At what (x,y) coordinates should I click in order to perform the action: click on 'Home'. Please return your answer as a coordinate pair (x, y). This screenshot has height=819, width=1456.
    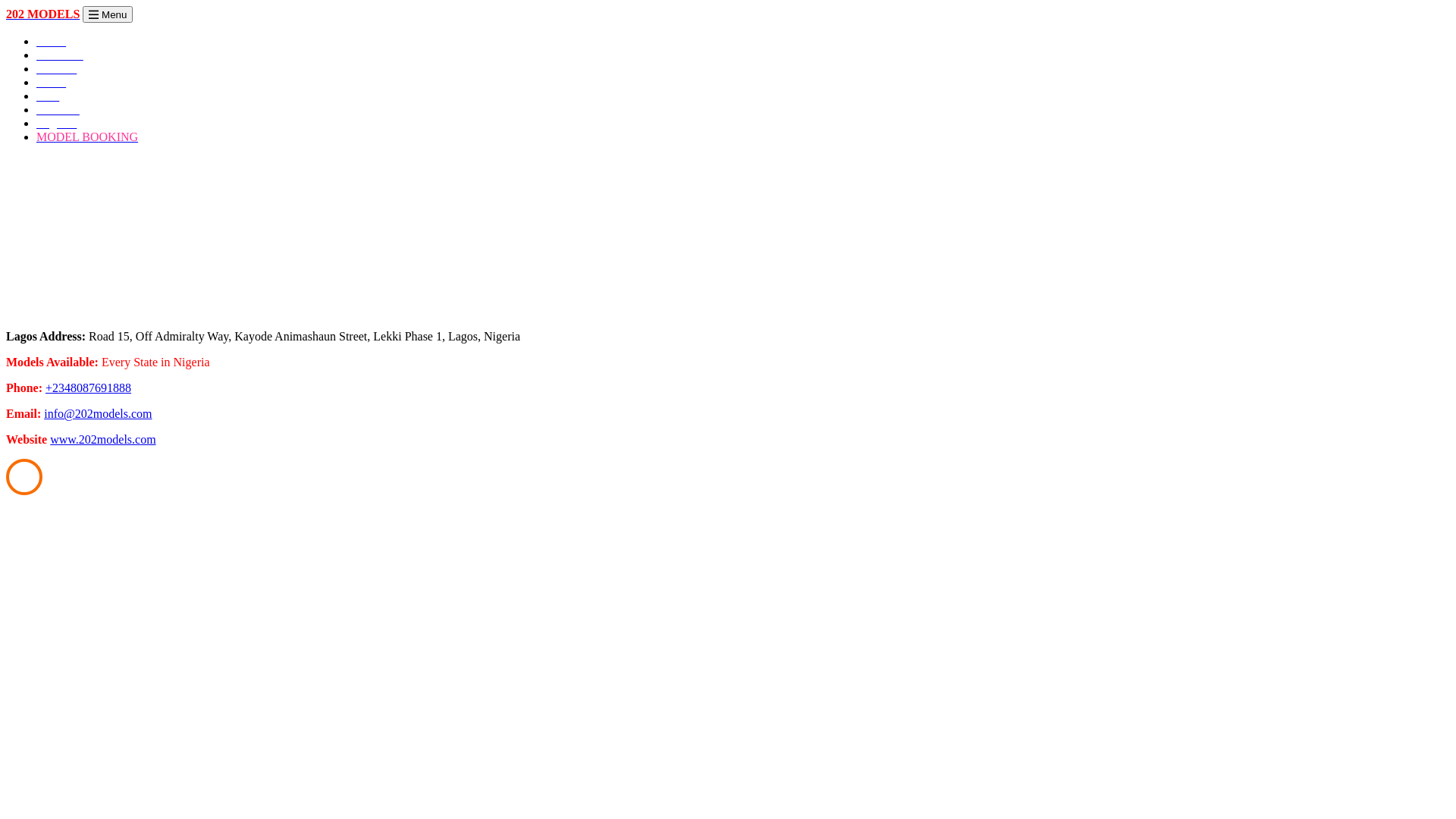
    Looking at the image, I should click on (36, 40).